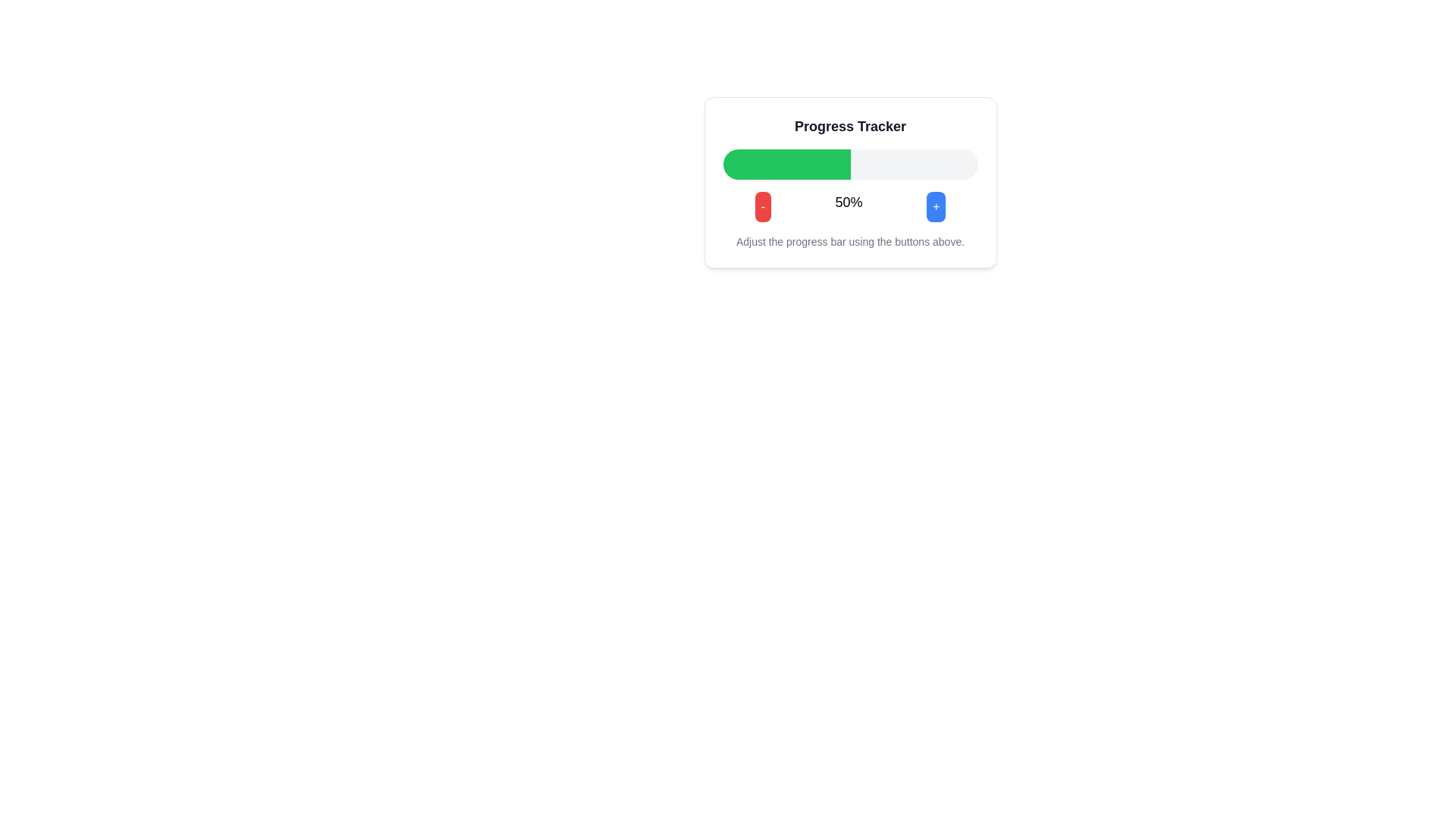  Describe the element at coordinates (935, 207) in the screenshot. I see `the blue circular button with a white plus sign located in the bottom-right section of the progress control interface` at that location.